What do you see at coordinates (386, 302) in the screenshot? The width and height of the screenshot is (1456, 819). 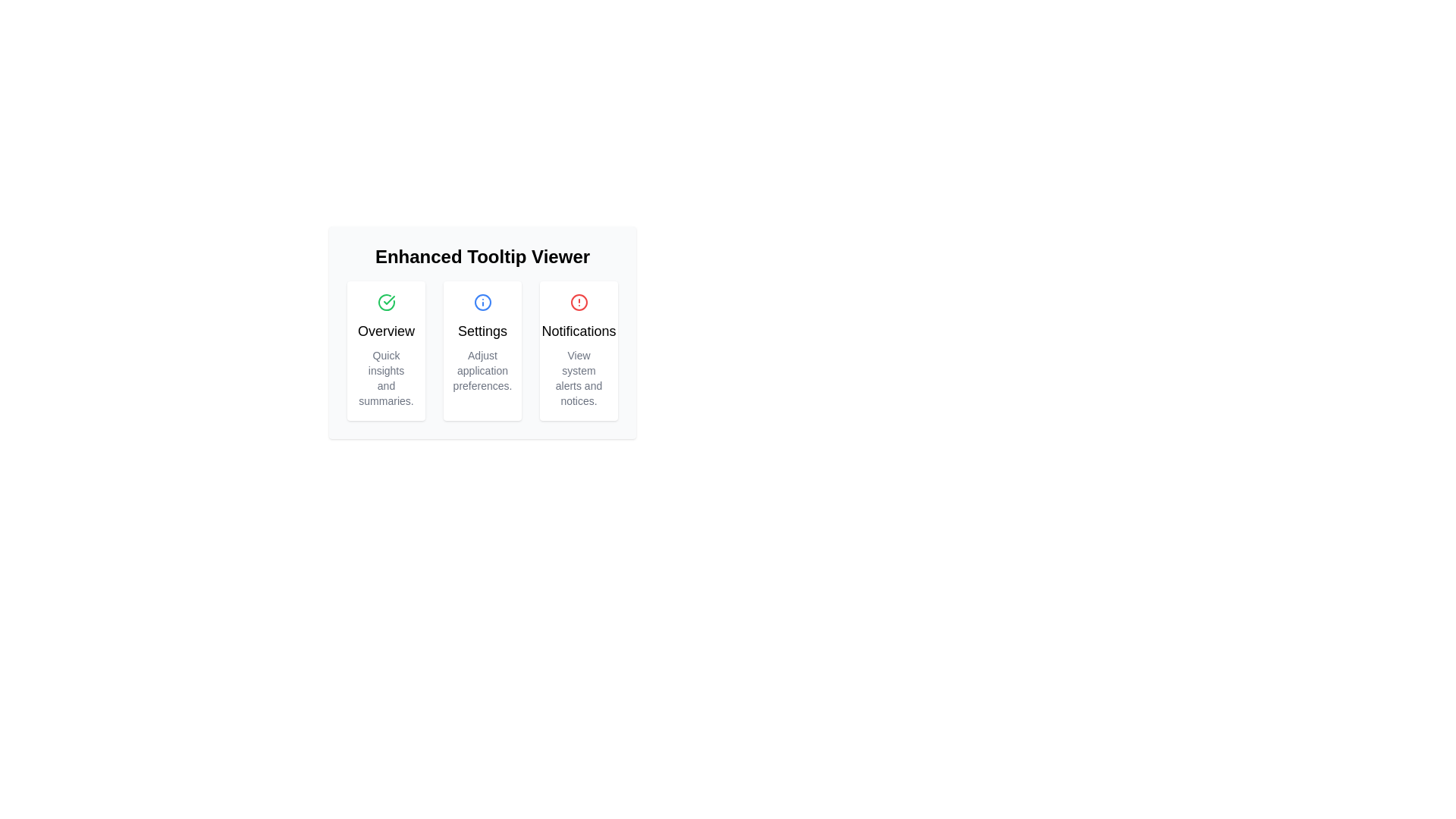 I see `the confirmation icon located in the top-left corner of the 'Overview' card, which indicates the card's purpose or status, for visual confirmation` at bounding box center [386, 302].